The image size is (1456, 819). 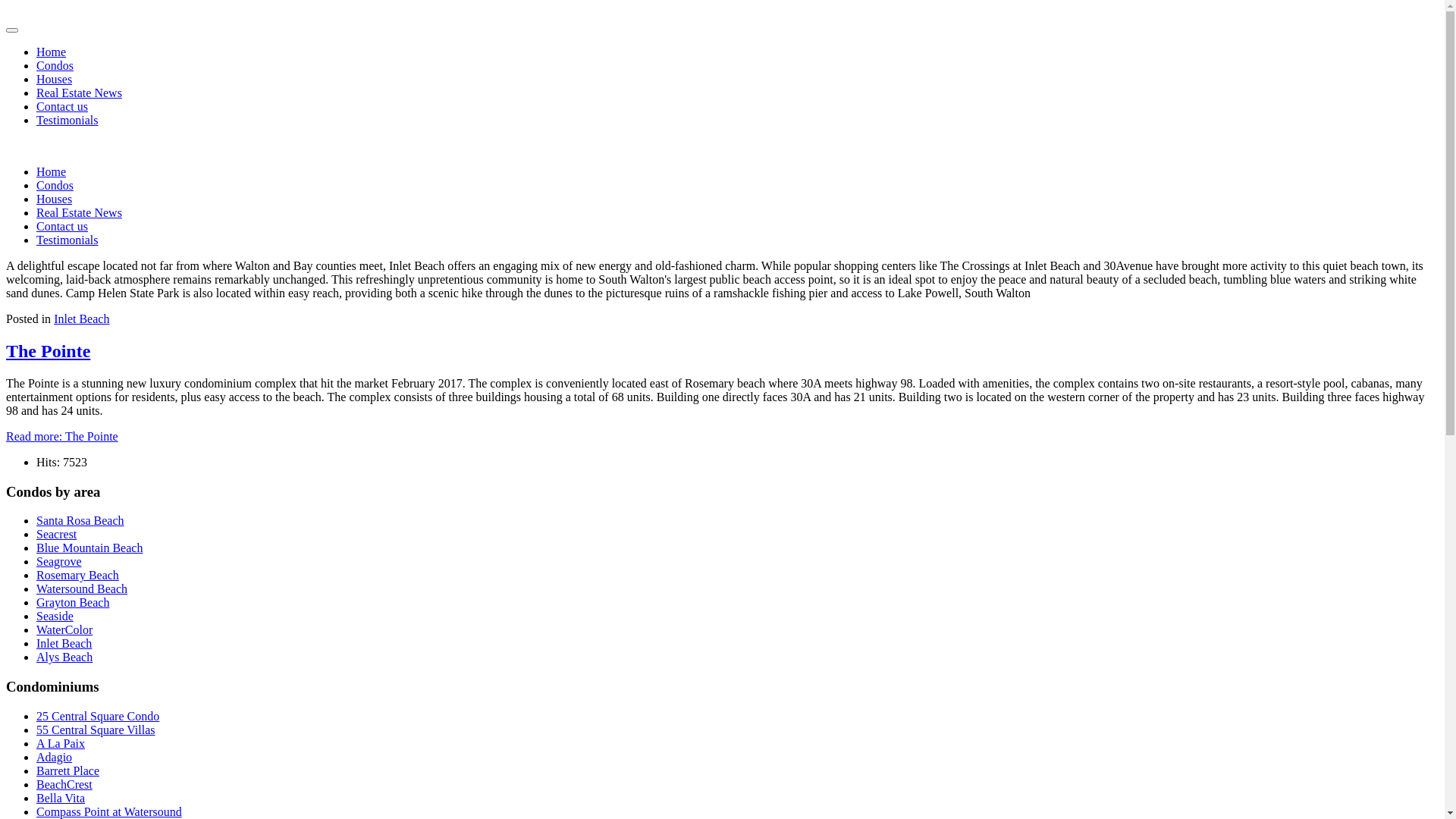 What do you see at coordinates (78, 212) in the screenshot?
I see `'Real Estate News'` at bounding box center [78, 212].